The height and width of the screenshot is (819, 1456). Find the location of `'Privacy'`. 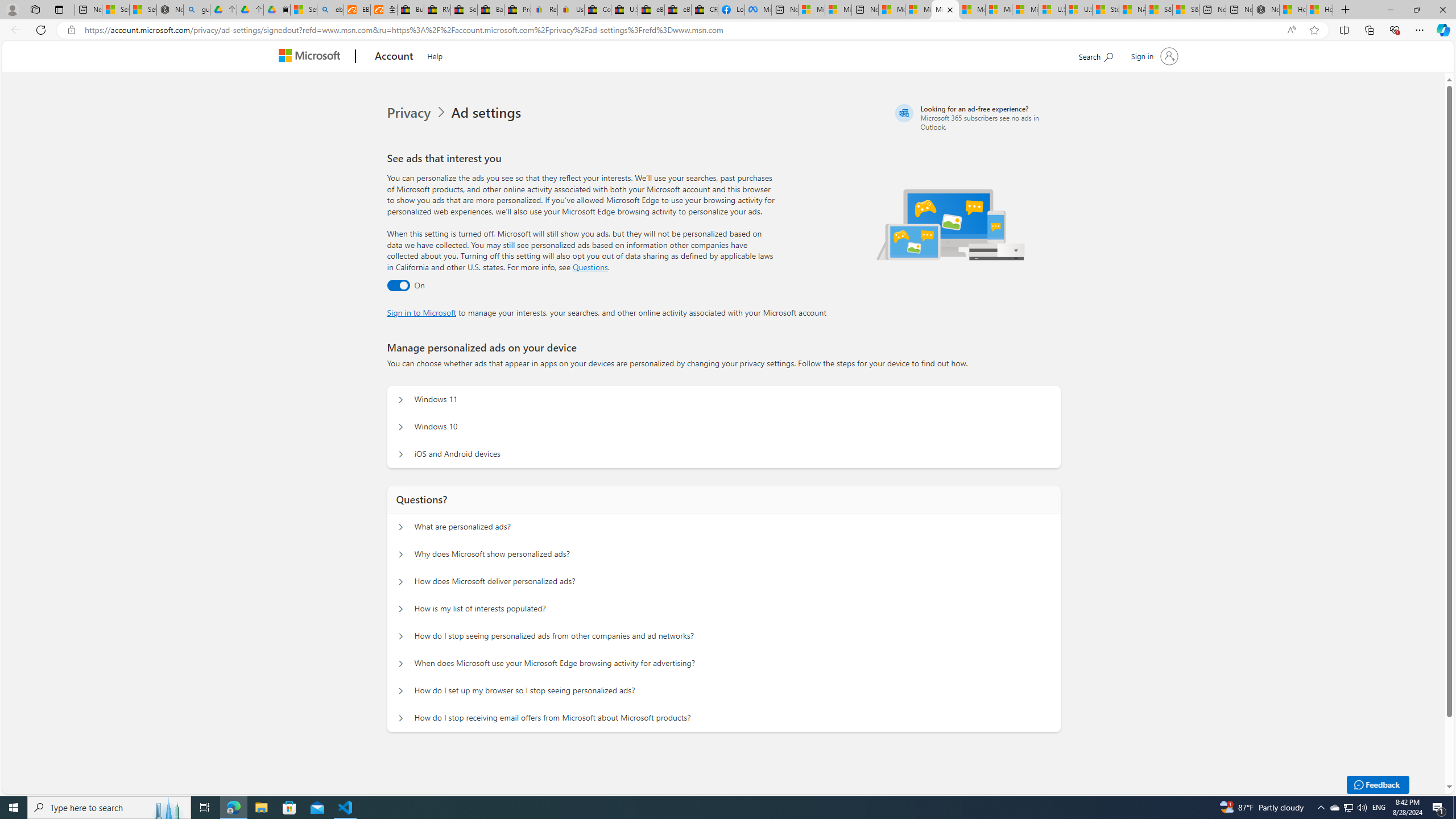

'Privacy' is located at coordinates (418, 113).